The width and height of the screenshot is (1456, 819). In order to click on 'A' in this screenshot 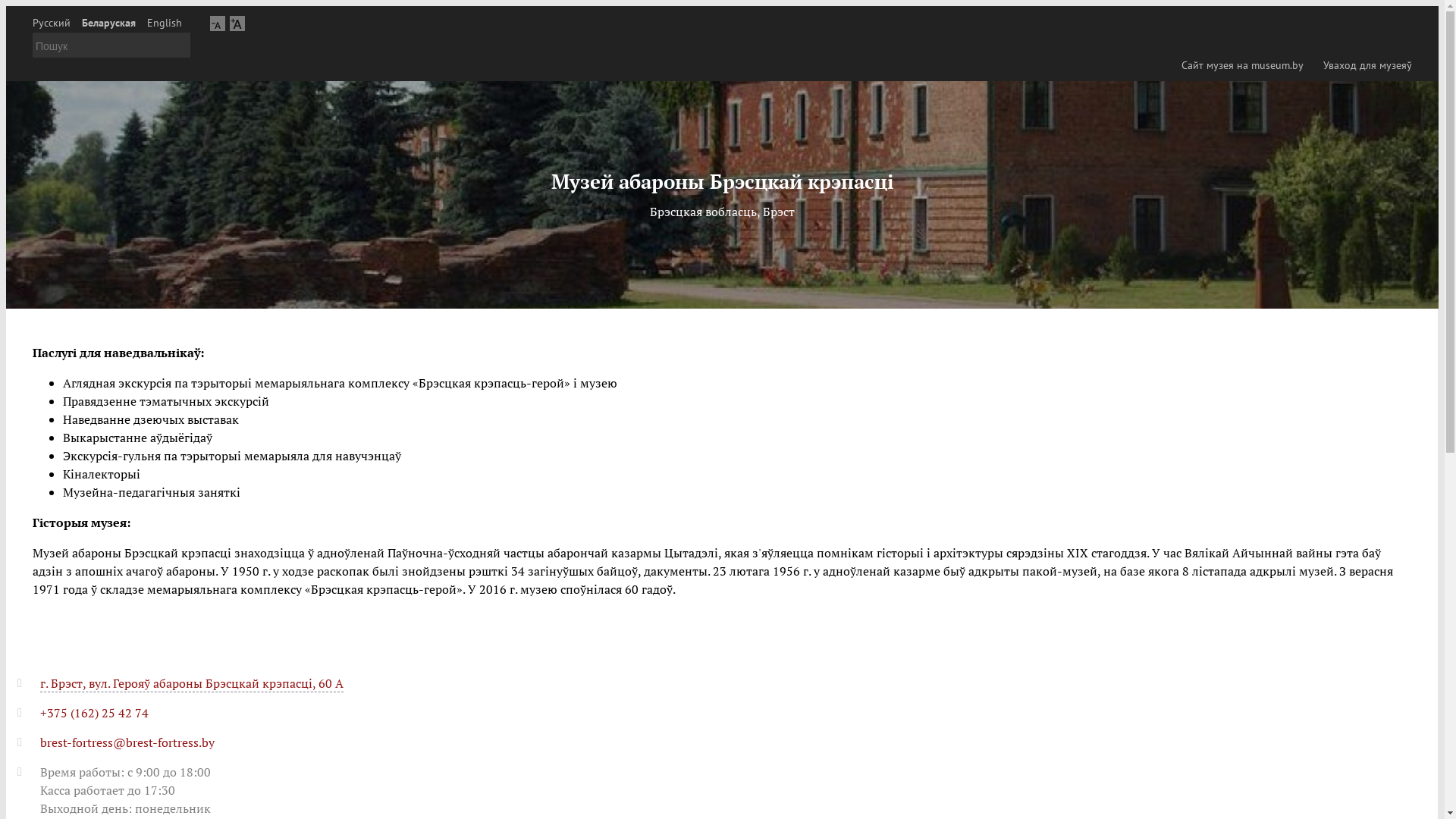, I will do `click(236, 23)`.